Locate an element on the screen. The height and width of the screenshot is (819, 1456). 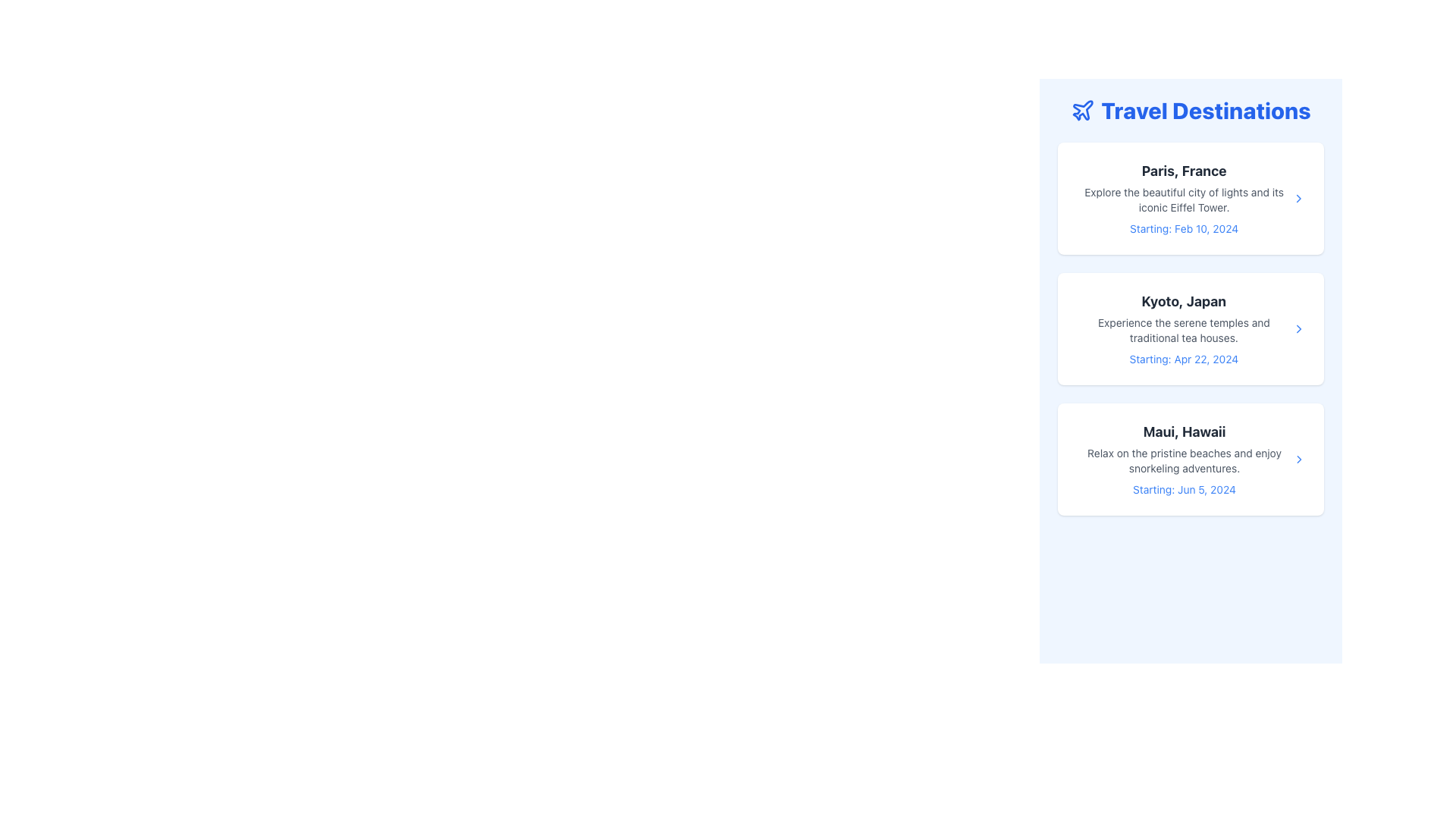
the Information Display Block for Paris, France, which is the first item in the vertical list of travel destinations is located at coordinates (1183, 198).